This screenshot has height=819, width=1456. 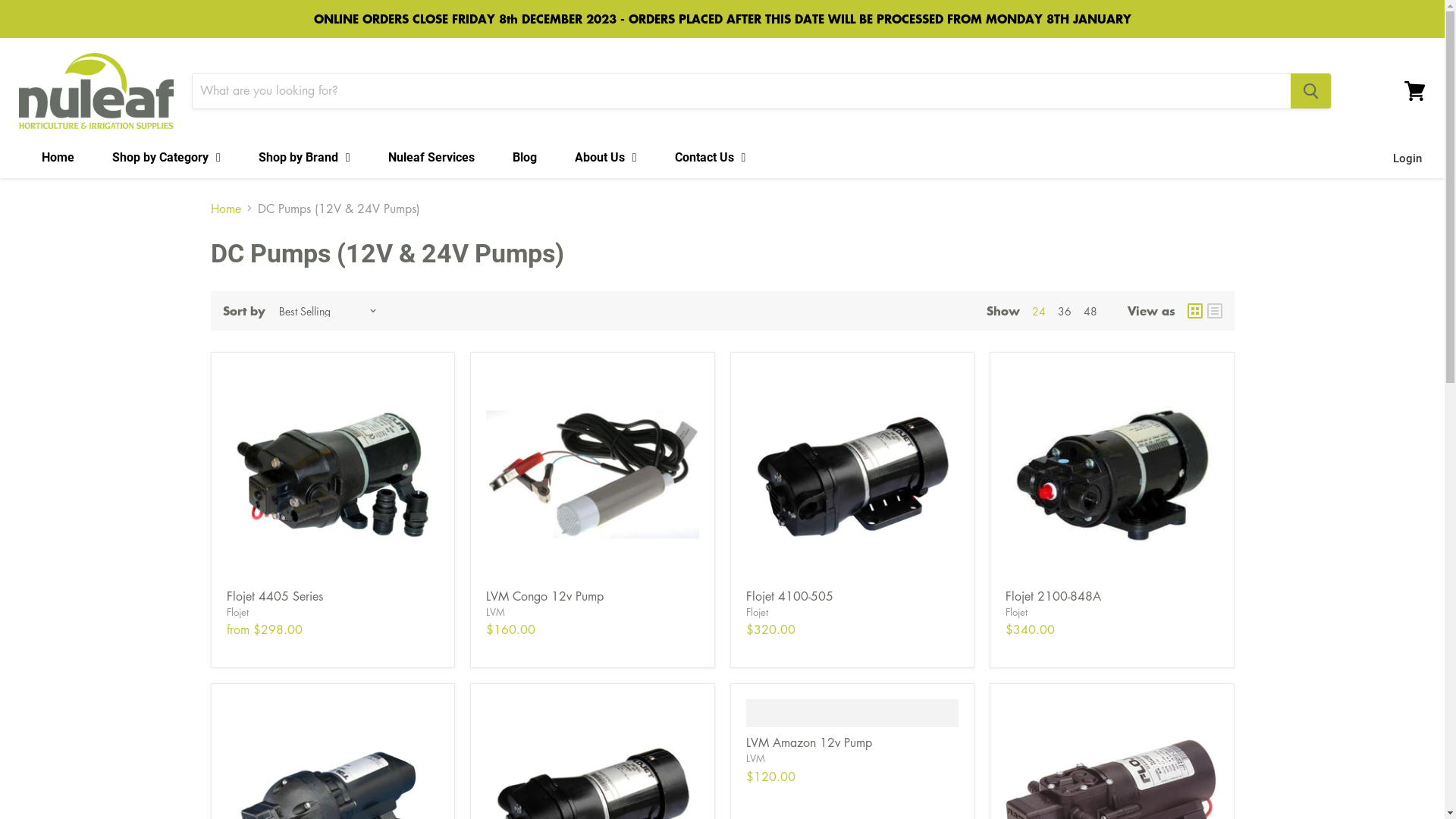 What do you see at coordinates (162, 157) in the screenshot?
I see `'Shop by Category'` at bounding box center [162, 157].